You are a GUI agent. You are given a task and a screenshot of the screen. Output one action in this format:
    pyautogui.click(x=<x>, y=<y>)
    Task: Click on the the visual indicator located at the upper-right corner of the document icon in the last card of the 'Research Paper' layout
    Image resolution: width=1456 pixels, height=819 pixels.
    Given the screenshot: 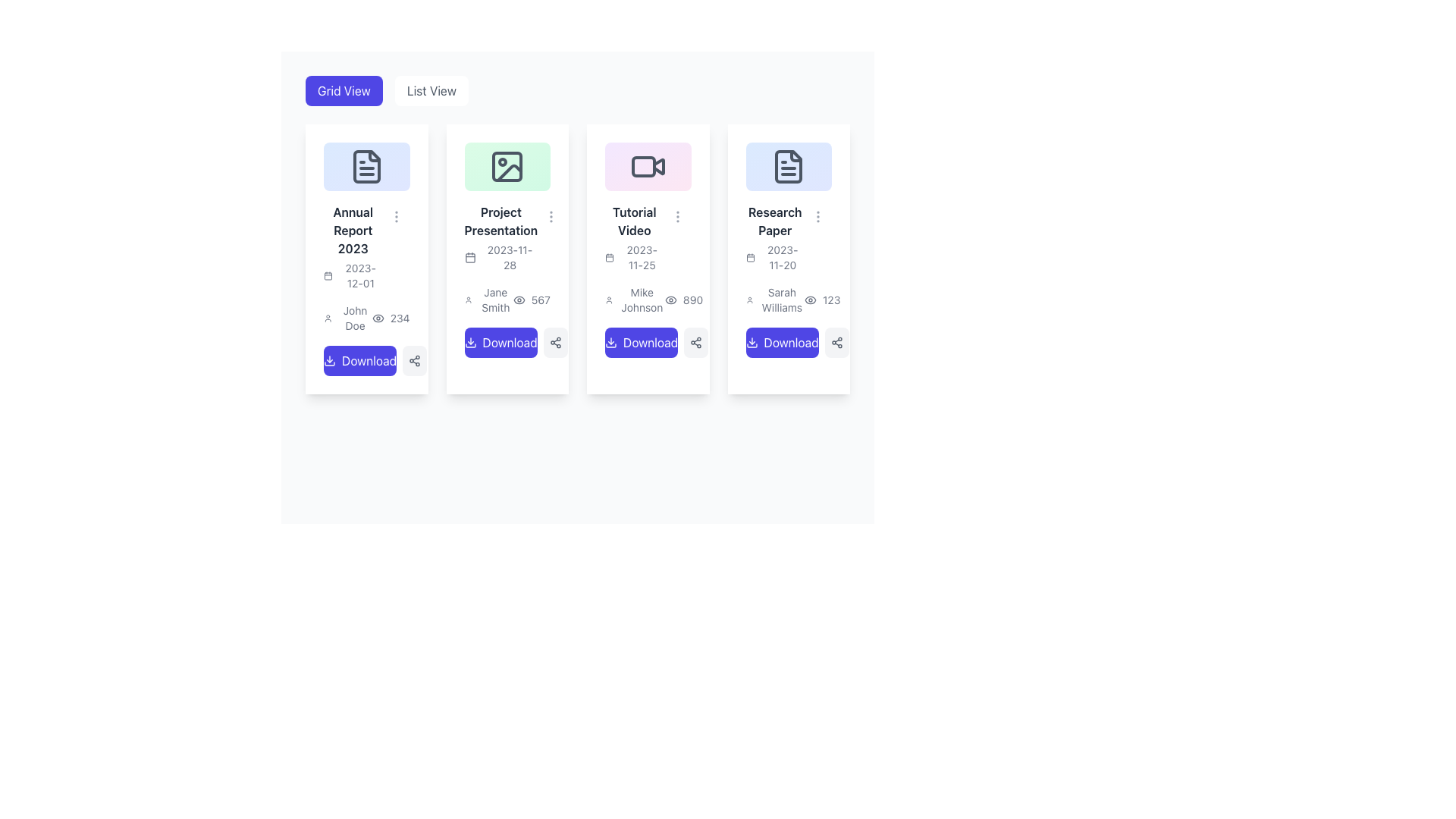 What is the action you would take?
    pyautogui.click(x=795, y=155)
    